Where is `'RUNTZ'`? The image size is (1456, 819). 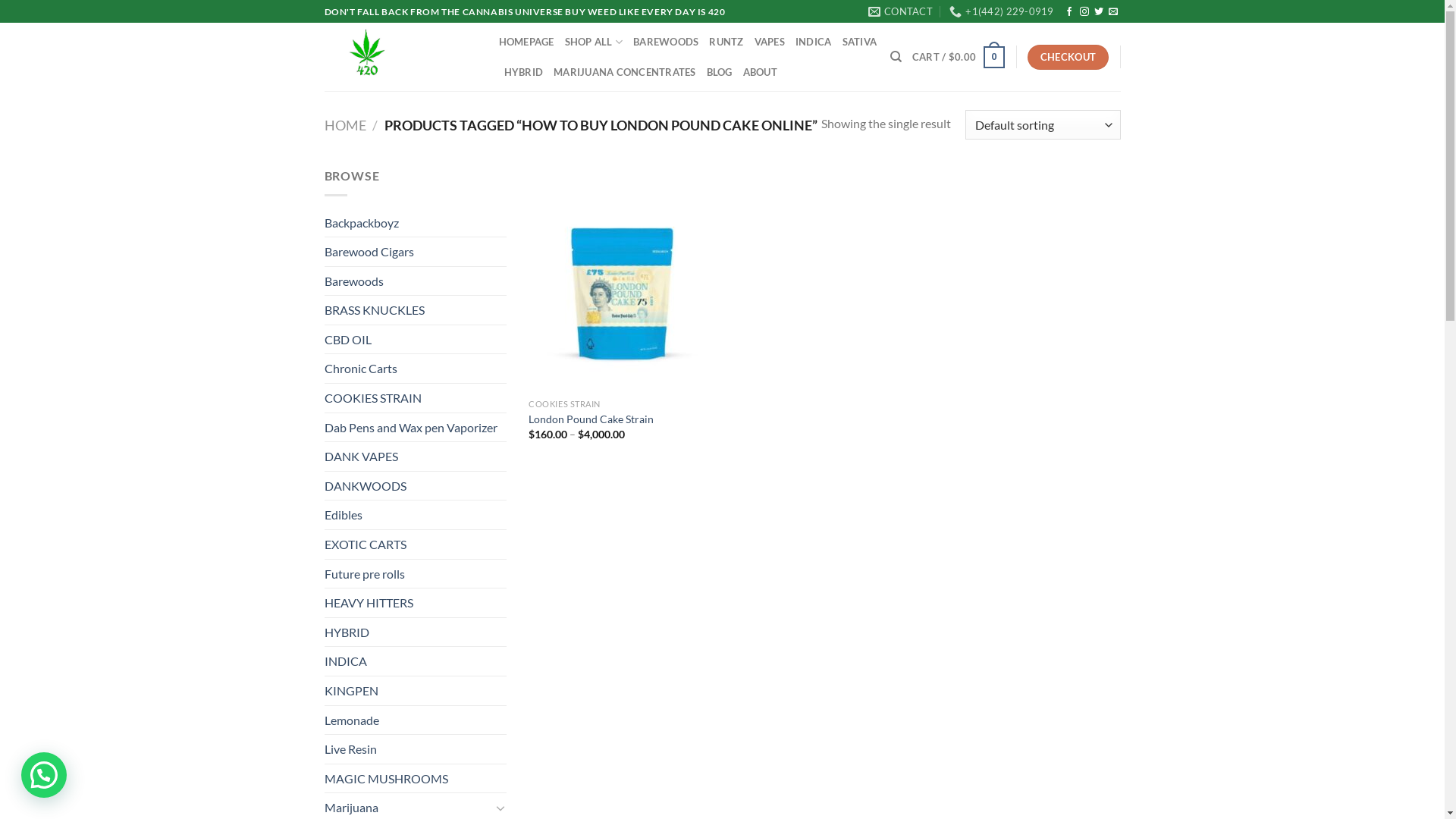
'RUNTZ' is located at coordinates (725, 40).